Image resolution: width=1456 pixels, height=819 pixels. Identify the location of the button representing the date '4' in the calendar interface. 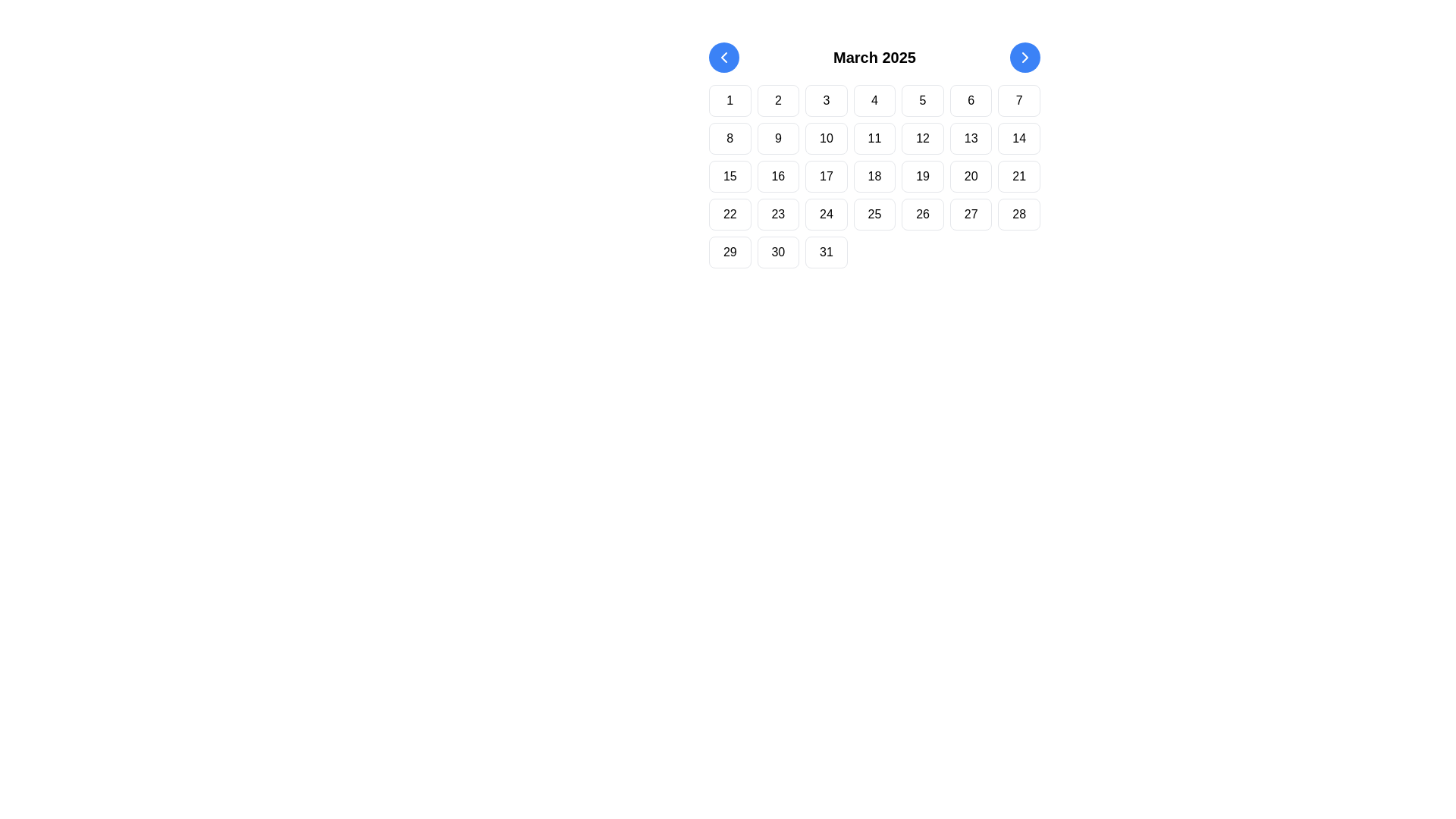
(874, 100).